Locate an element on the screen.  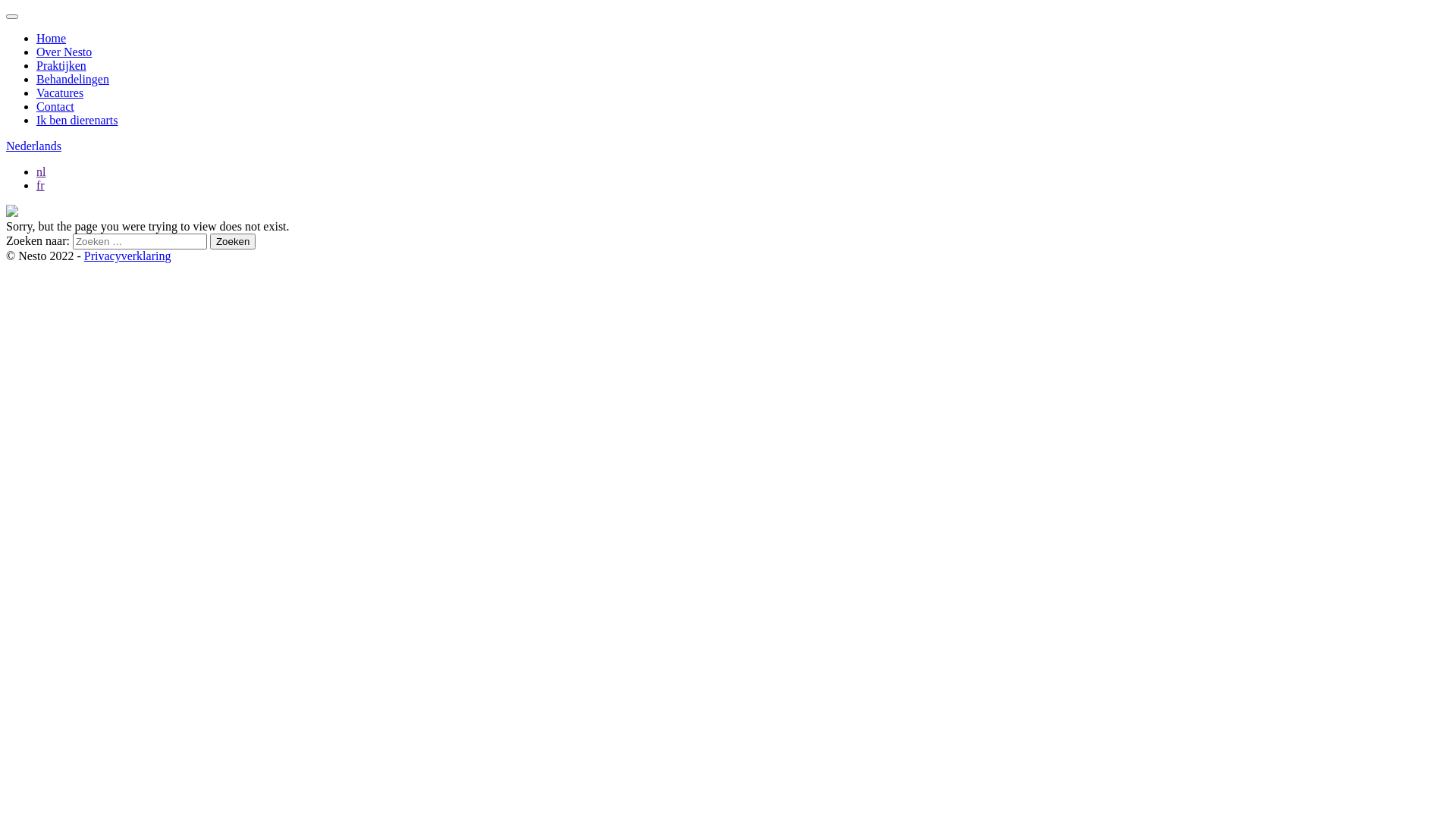
'Contact' is located at coordinates (55, 105).